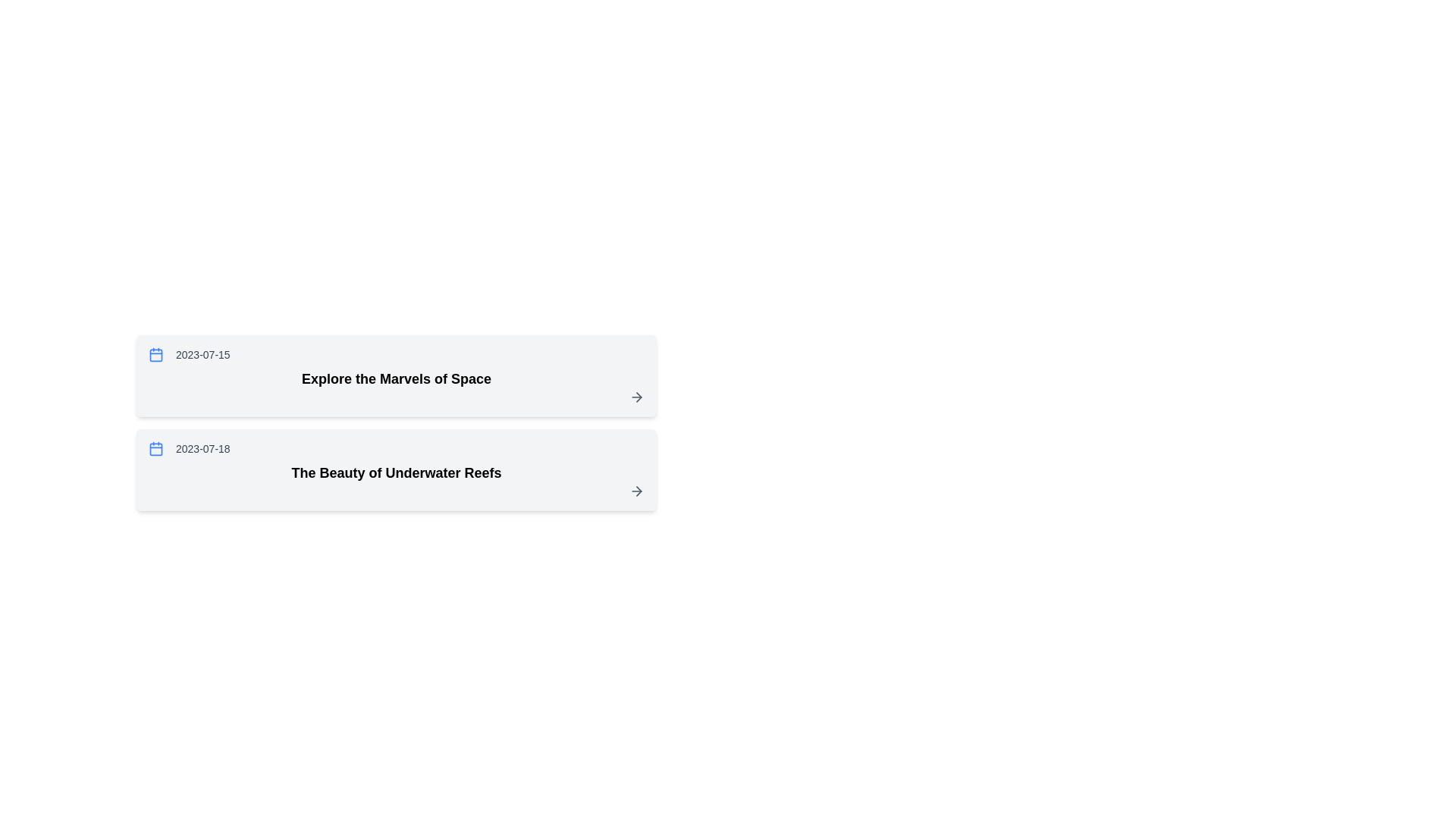 This screenshot has height=819, width=1456. What do you see at coordinates (156, 447) in the screenshot?
I see `the decorative rounded rectangle shape inside the calendar icon for the date entry '2023-07-18'` at bounding box center [156, 447].